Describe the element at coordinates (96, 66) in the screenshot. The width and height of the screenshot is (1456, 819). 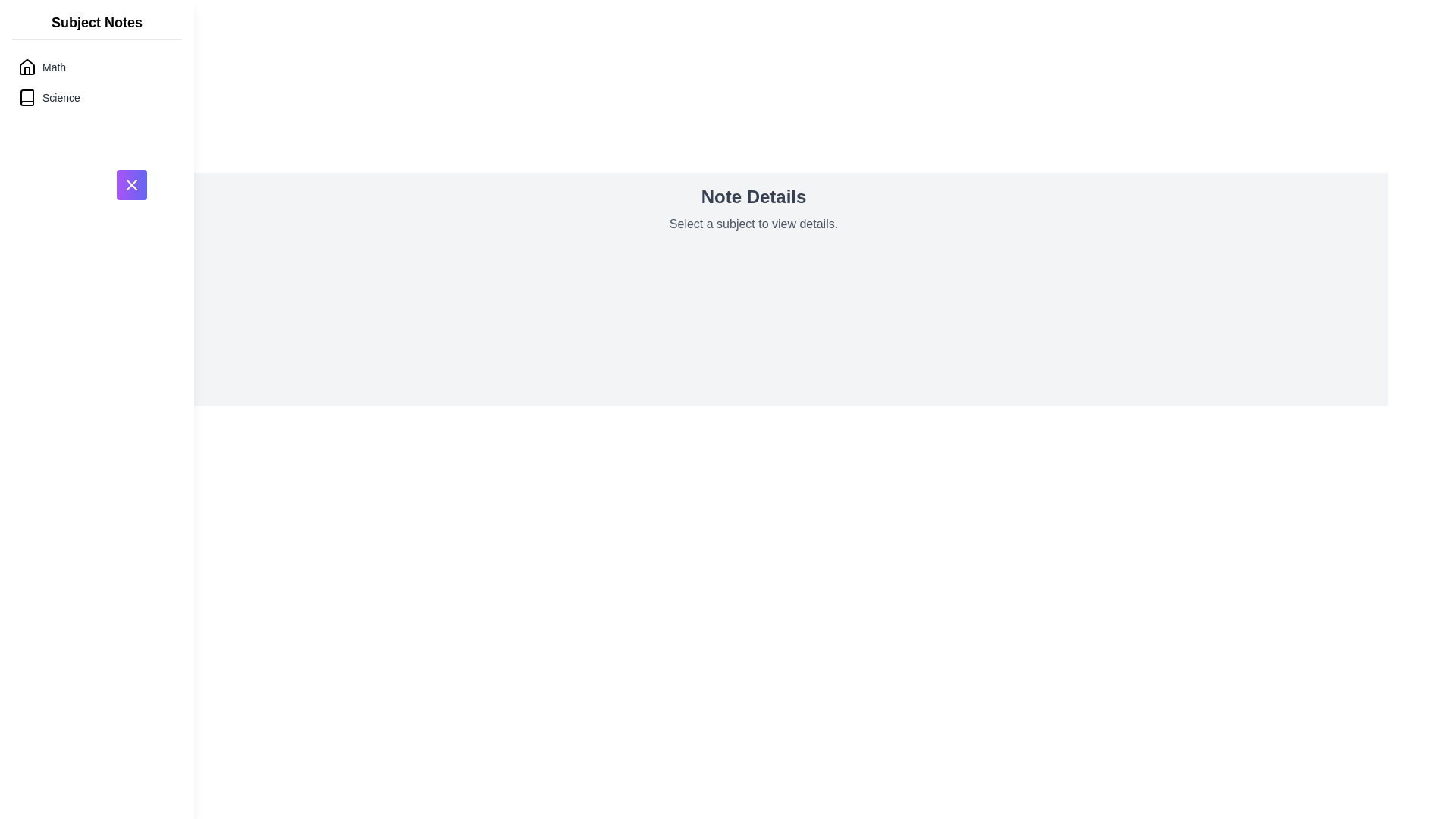
I see `the note titled Math in the drawer to select it` at that location.